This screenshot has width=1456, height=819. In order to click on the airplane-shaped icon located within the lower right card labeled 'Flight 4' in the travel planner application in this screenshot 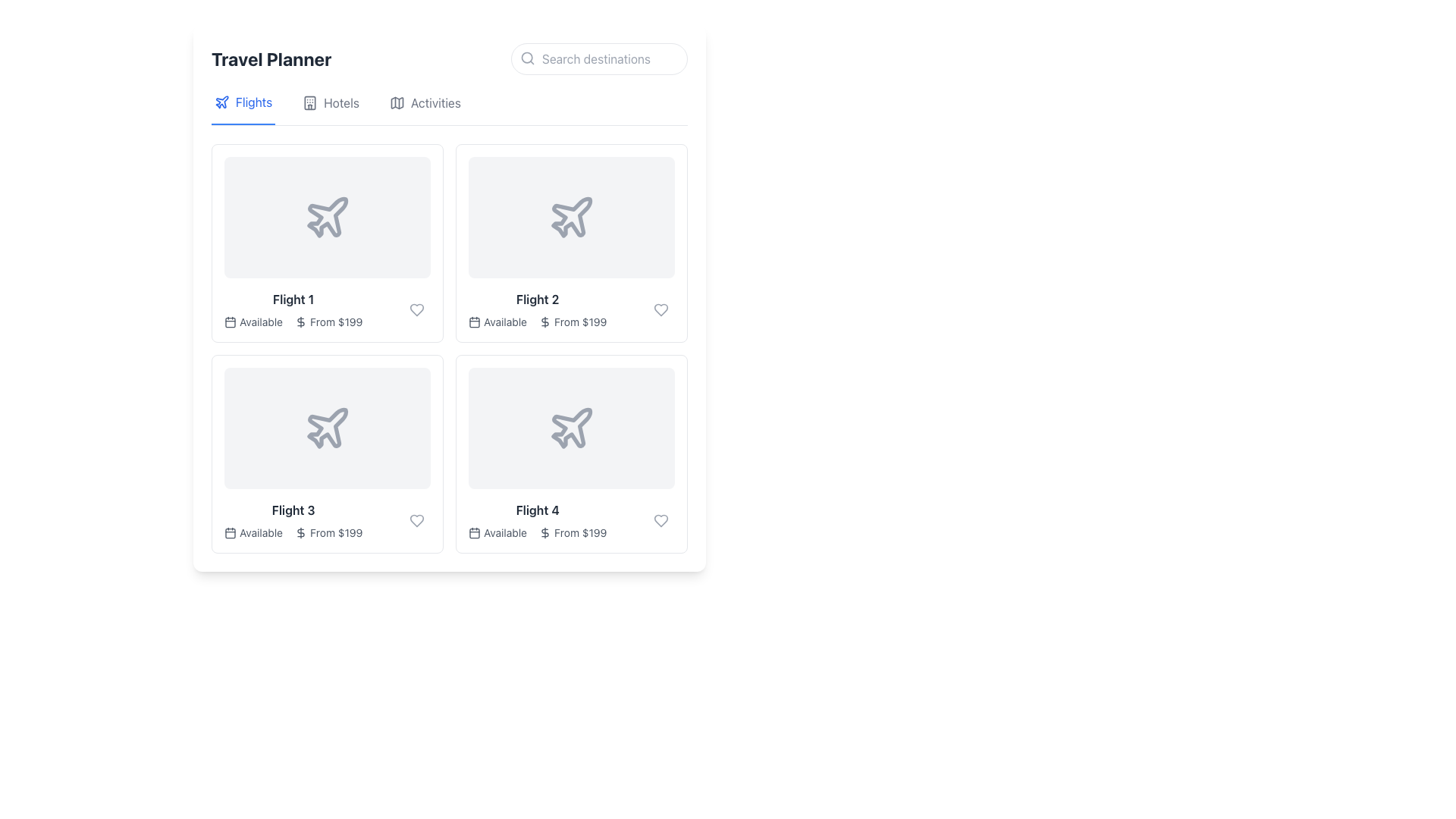, I will do `click(571, 428)`.